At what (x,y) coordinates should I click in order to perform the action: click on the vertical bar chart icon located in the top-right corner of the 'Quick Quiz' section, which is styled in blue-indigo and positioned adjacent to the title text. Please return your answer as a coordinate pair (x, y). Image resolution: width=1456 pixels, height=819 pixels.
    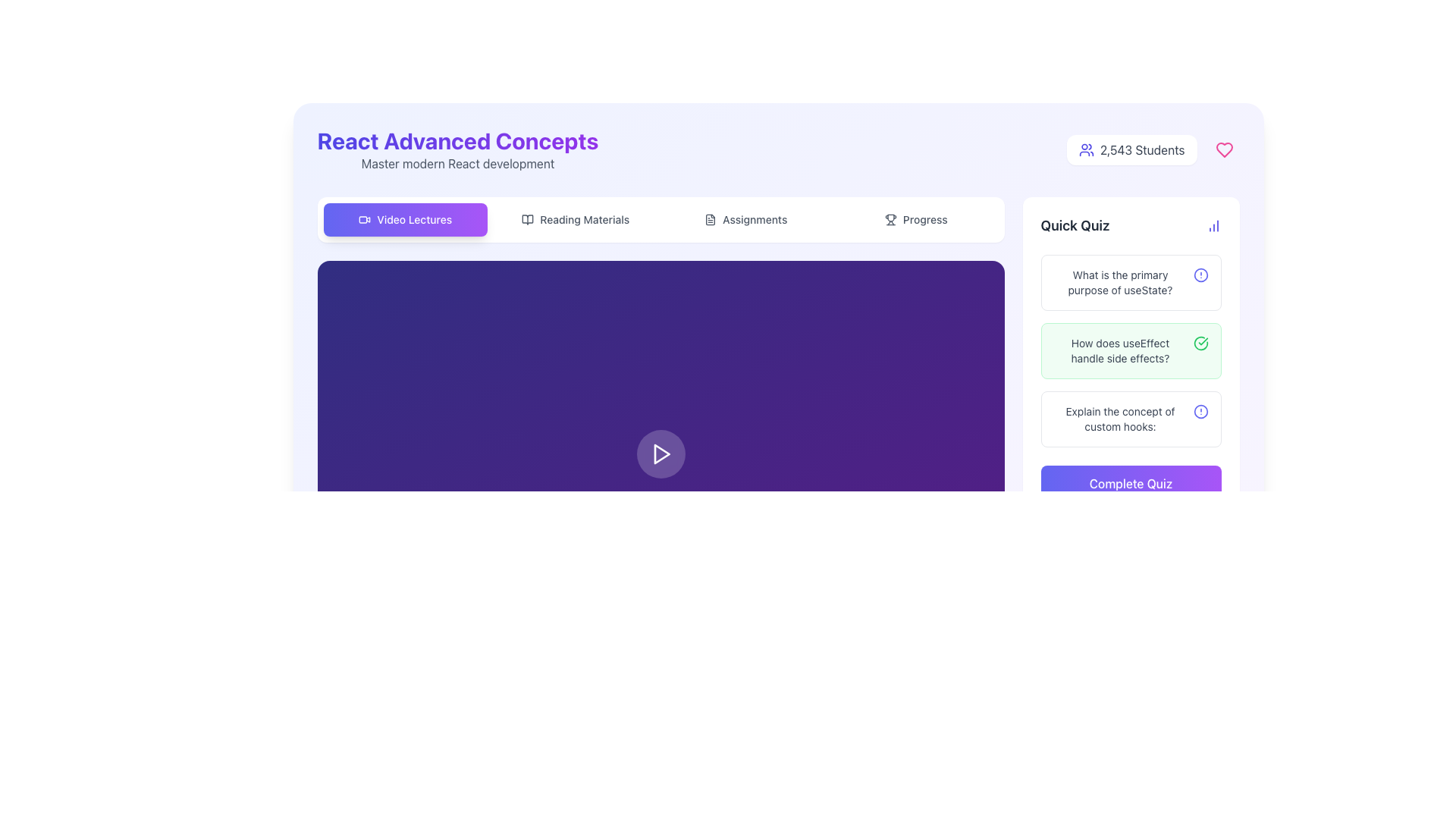
    Looking at the image, I should click on (1213, 225).